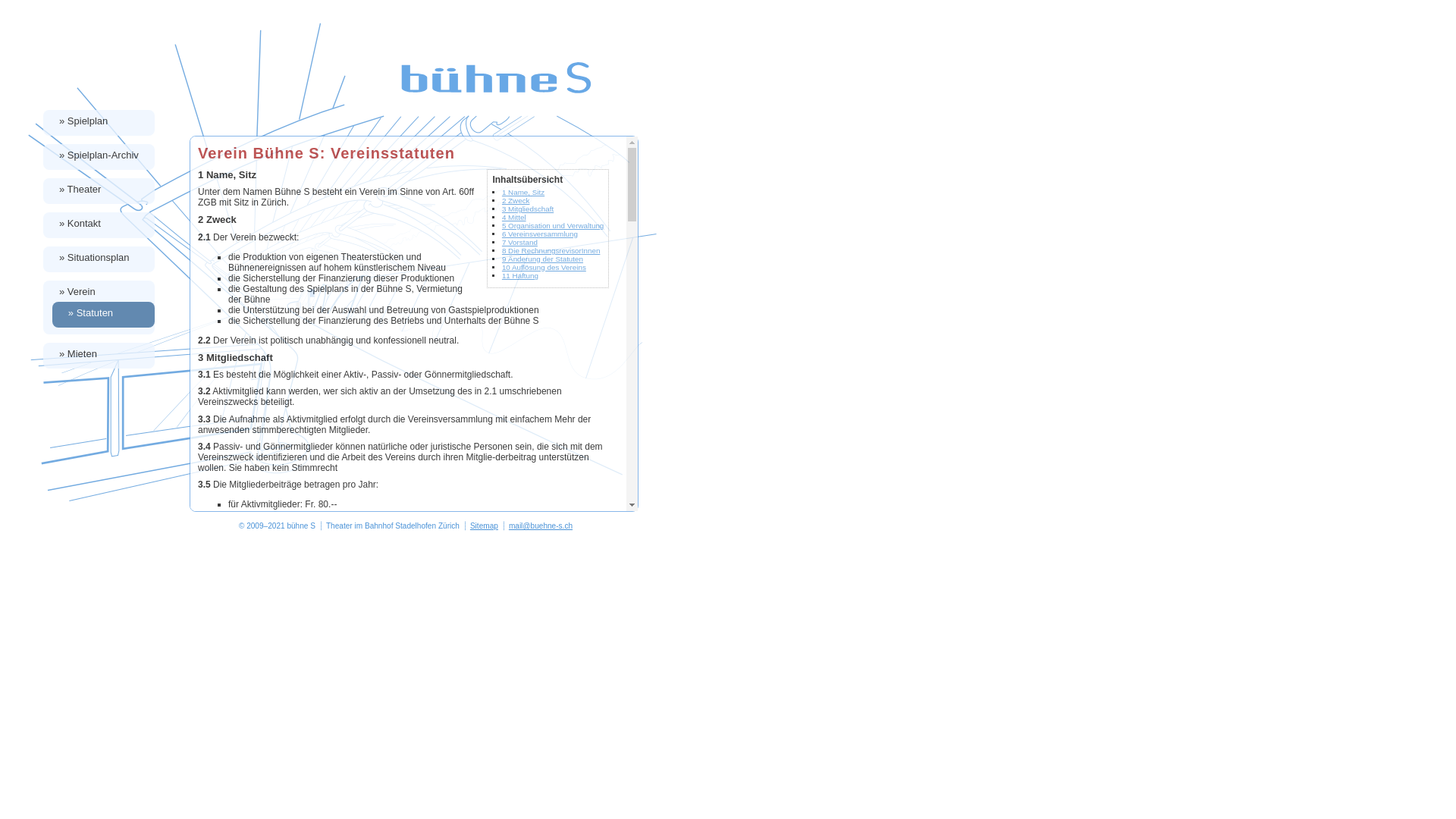 The width and height of the screenshot is (1456, 819). Describe the element at coordinates (502, 241) in the screenshot. I see `'7 Vorstand'` at that location.